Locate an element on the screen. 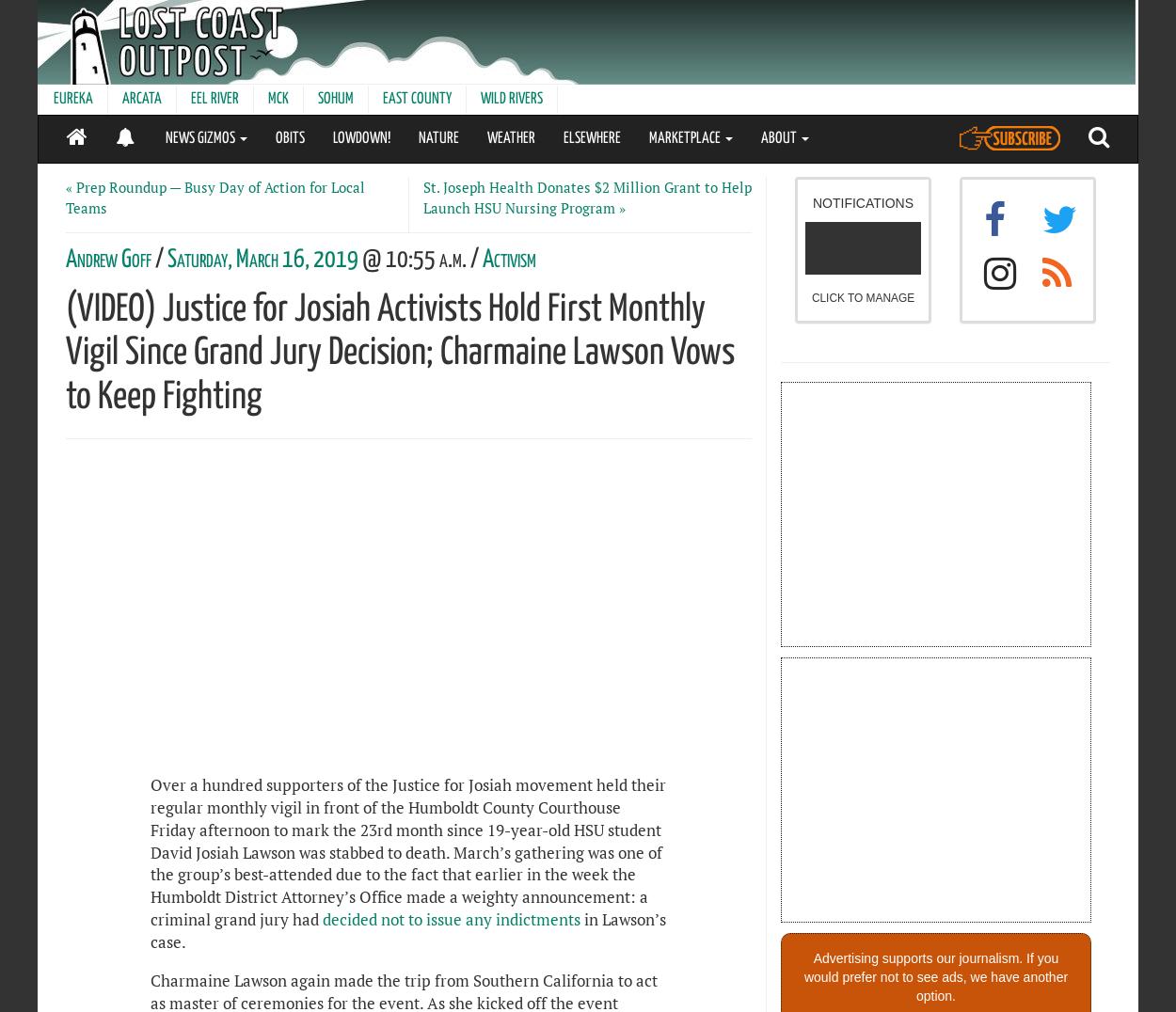 Image resolution: width=1176 pixels, height=1012 pixels. 'NOTIFICATIONS' is located at coordinates (863, 201).